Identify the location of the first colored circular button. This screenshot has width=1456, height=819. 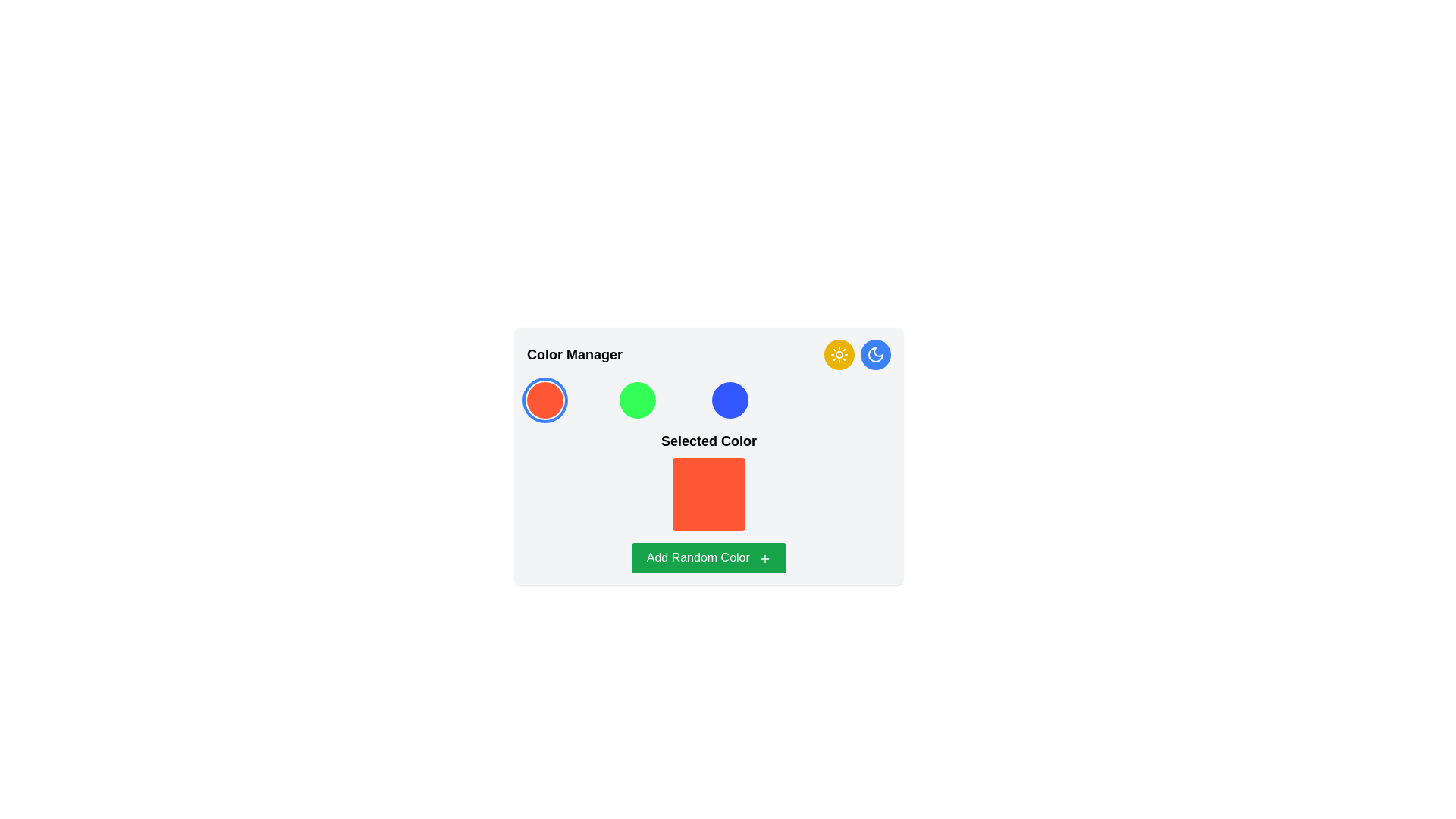
(545, 400).